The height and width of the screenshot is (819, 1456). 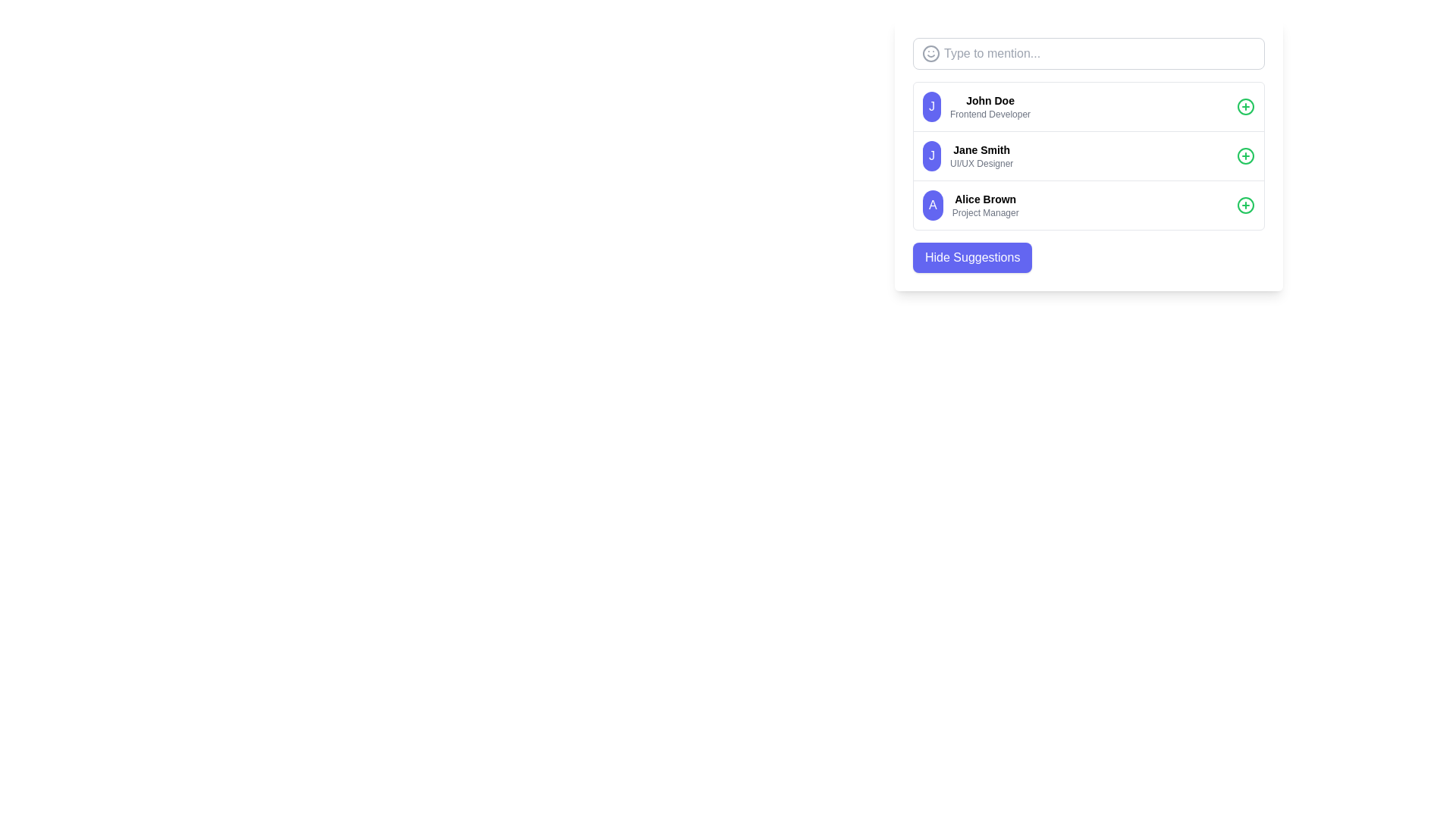 I want to click on the circular green icon button with a plus sign, located to the far right of the text 'Jane Smith' and 'UI/UX Designer', so click(x=1245, y=155).